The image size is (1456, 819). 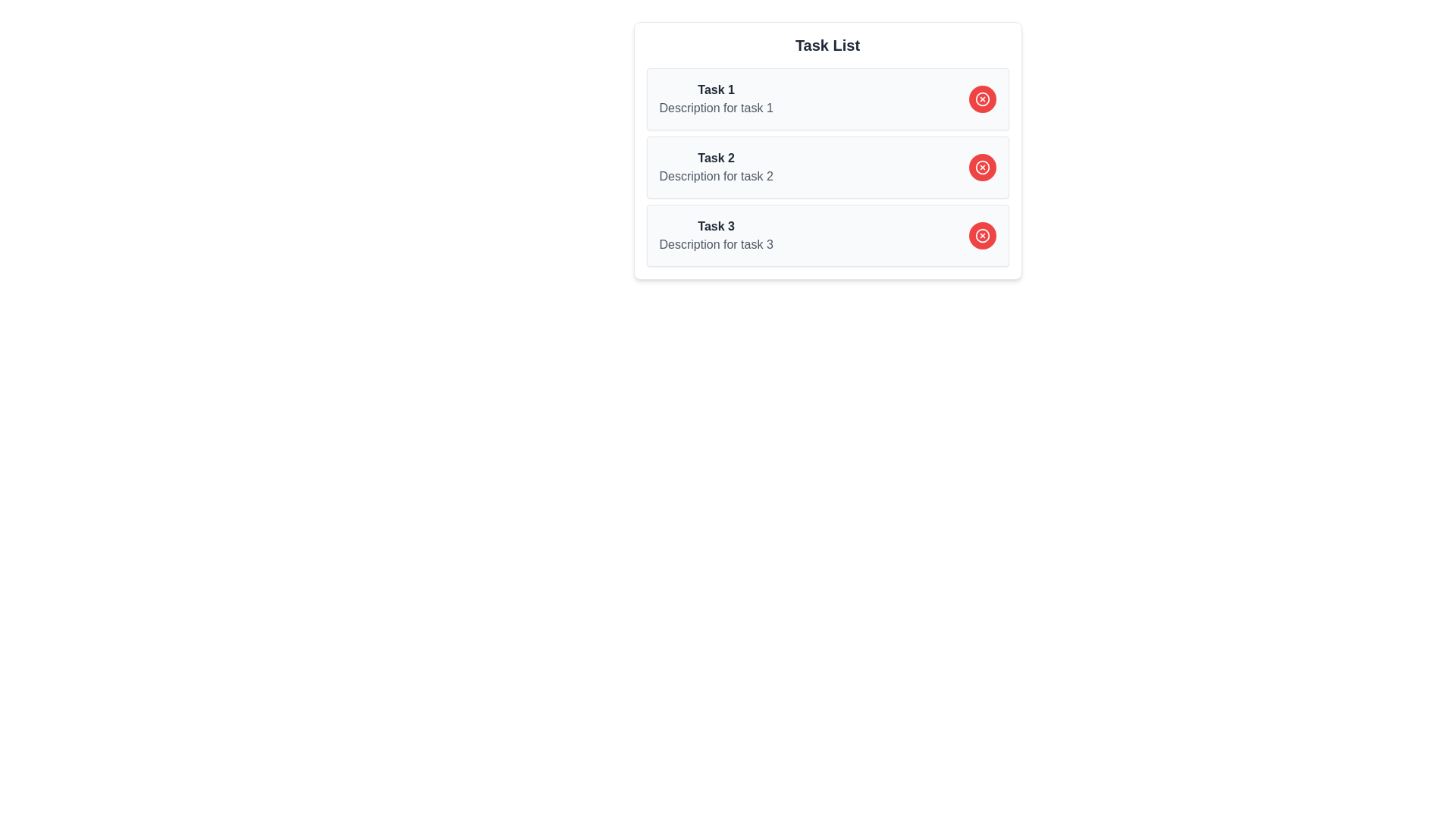 What do you see at coordinates (715, 236) in the screenshot?
I see `the third item in the task list display, which shows the title and description of a task` at bounding box center [715, 236].